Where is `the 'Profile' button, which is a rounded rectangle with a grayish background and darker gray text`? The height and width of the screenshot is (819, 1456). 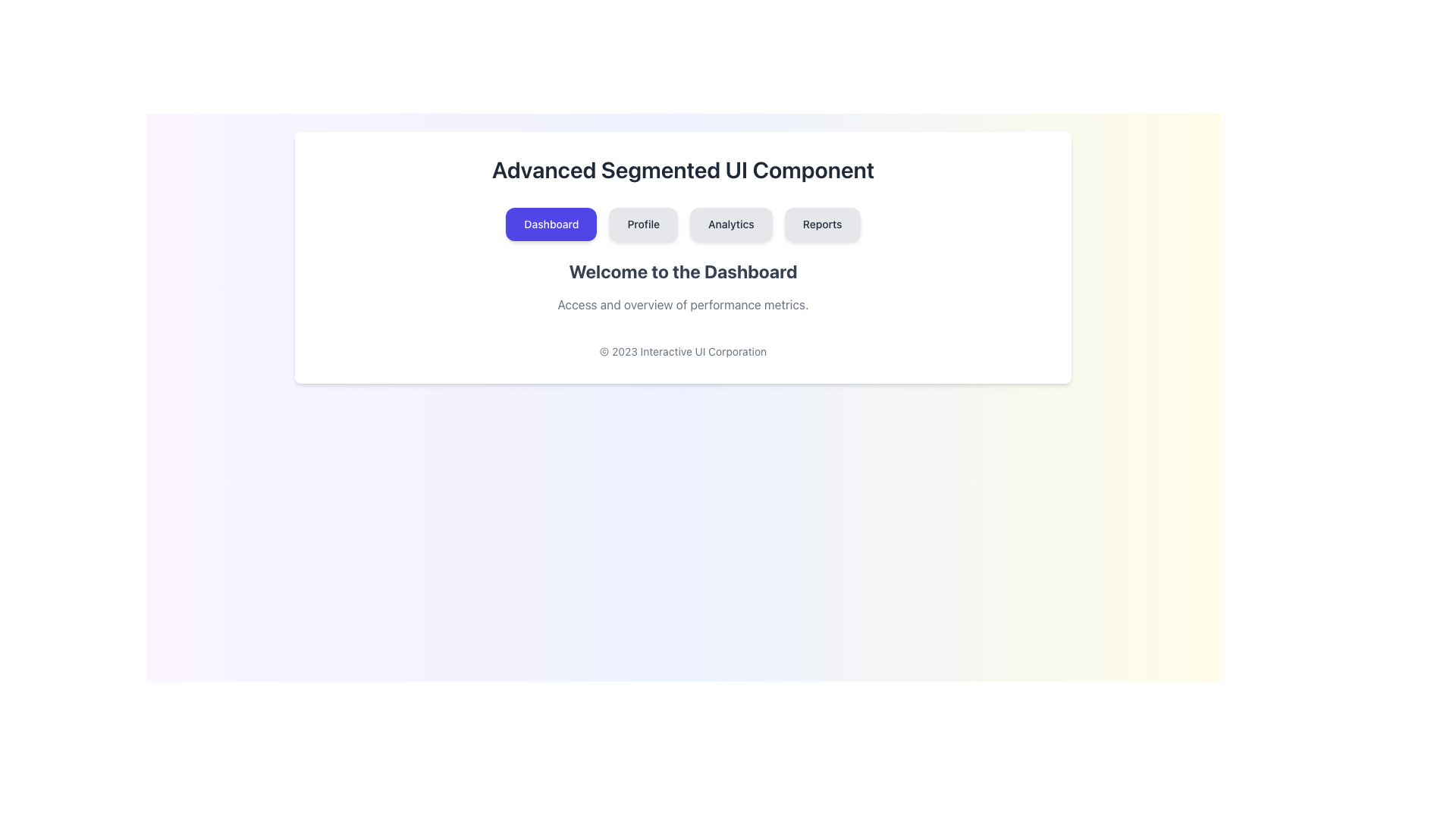
the 'Profile' button, which is a rounded rectangle with a grayish background and darker gray text is located at coordinates (643, 224).